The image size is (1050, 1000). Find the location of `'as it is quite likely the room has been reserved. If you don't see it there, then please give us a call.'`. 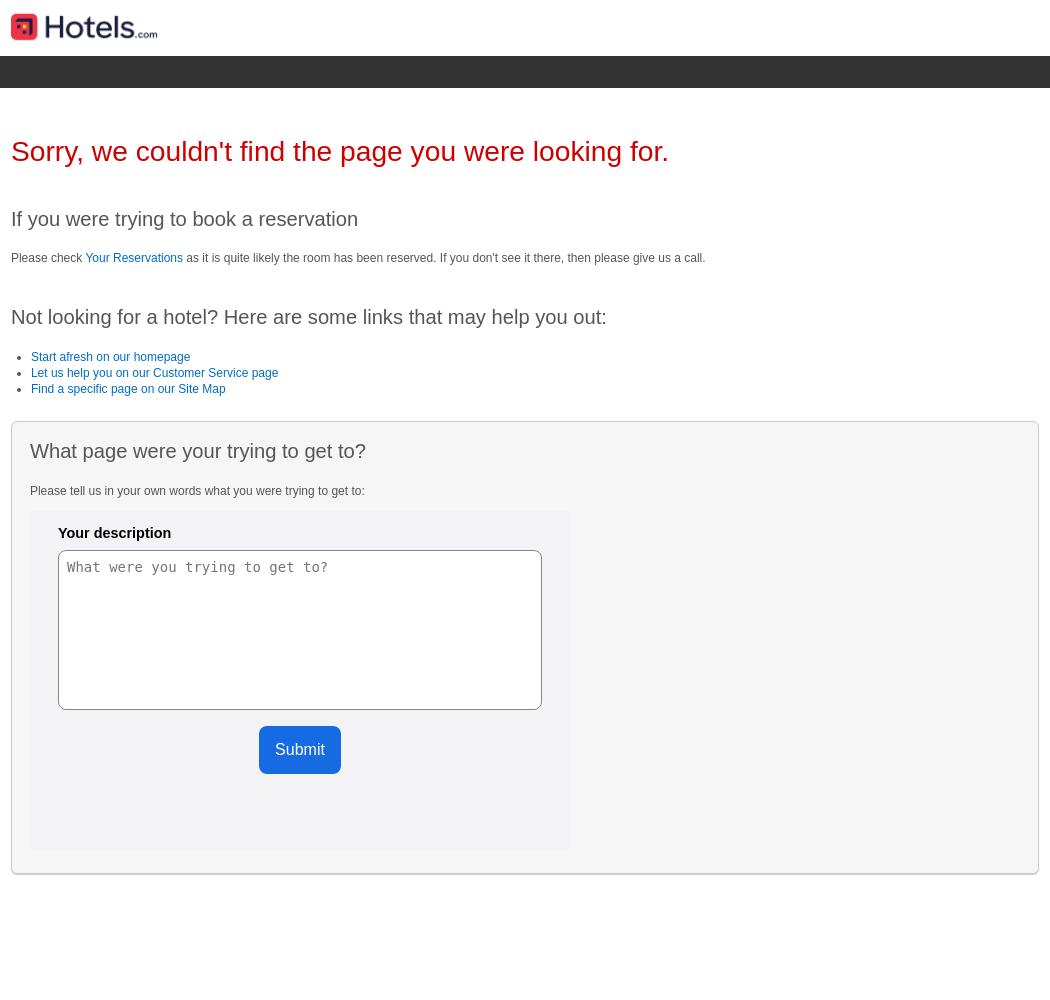

'as it is quite likely the room has been reserved. If you don't see it there, then please give us a call.' is located at coordinates (443, 257).